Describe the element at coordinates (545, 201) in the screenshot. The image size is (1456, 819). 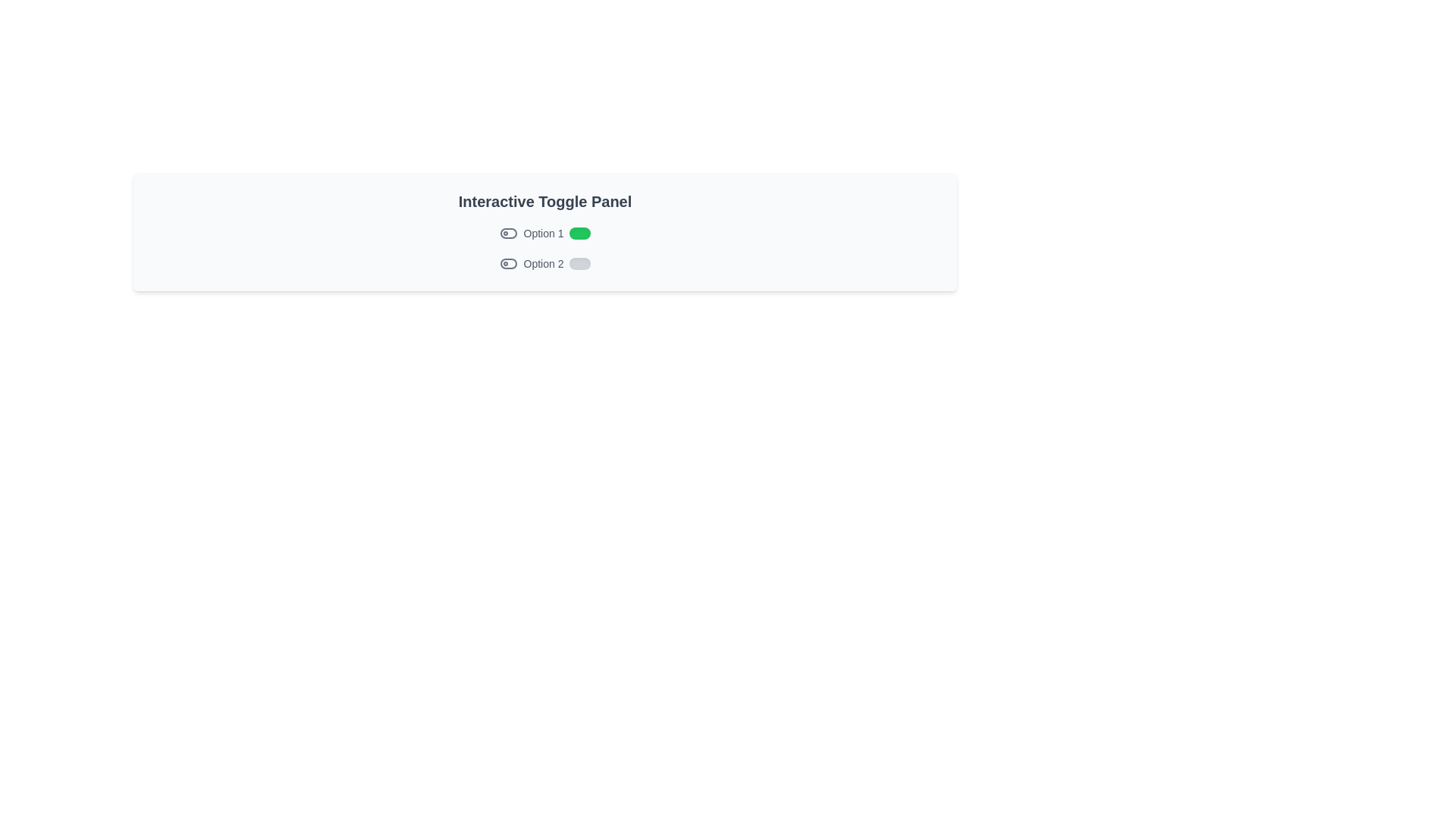
I see `the text 'Interactive Toggle Panel' to select it` at that location.